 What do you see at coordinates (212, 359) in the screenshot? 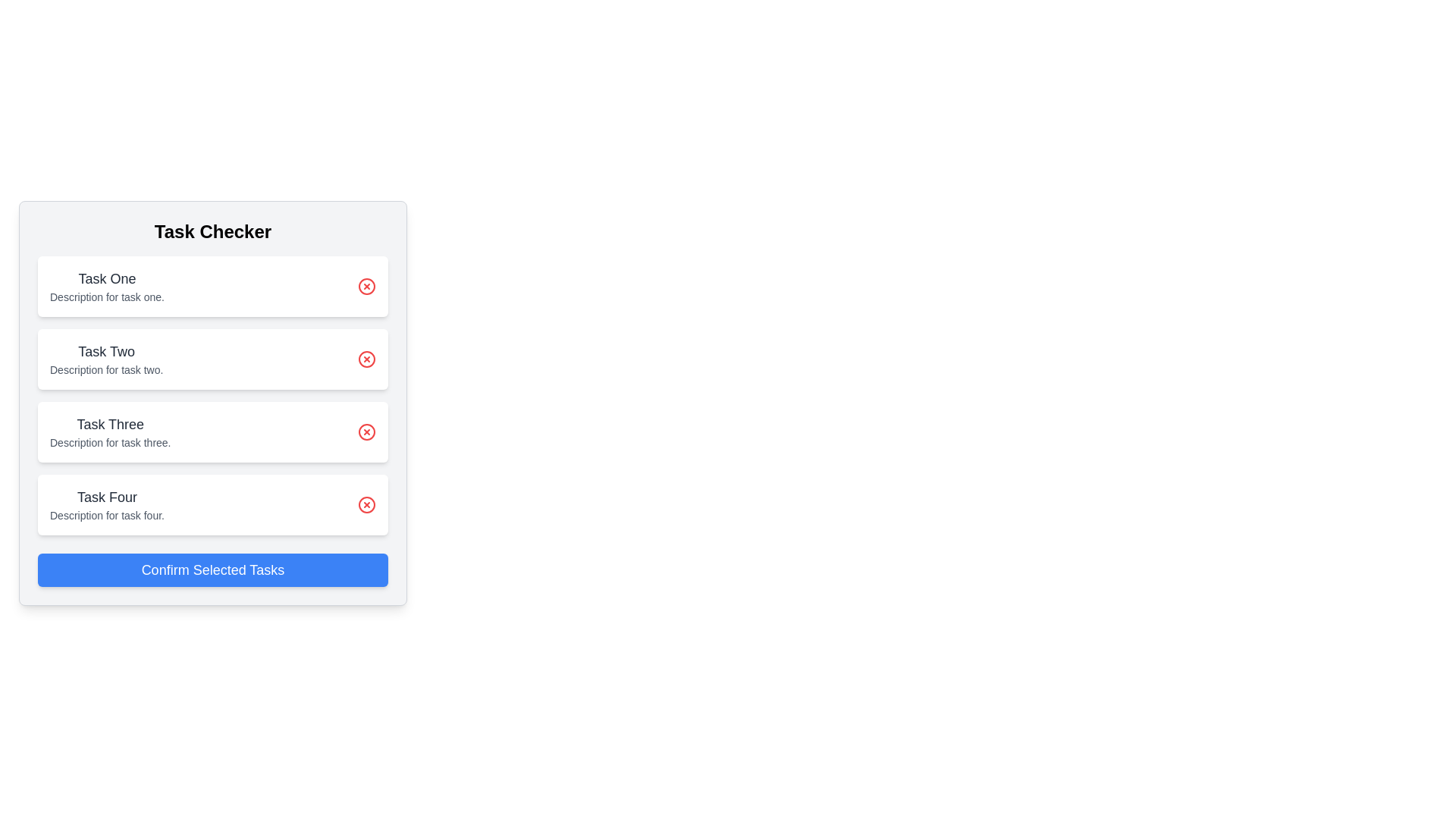
I see `task title 'Task Two' and description 'Description for task two.' from the second card in the task management section titled 'Task Checker'` at bounding box center [212, 359].